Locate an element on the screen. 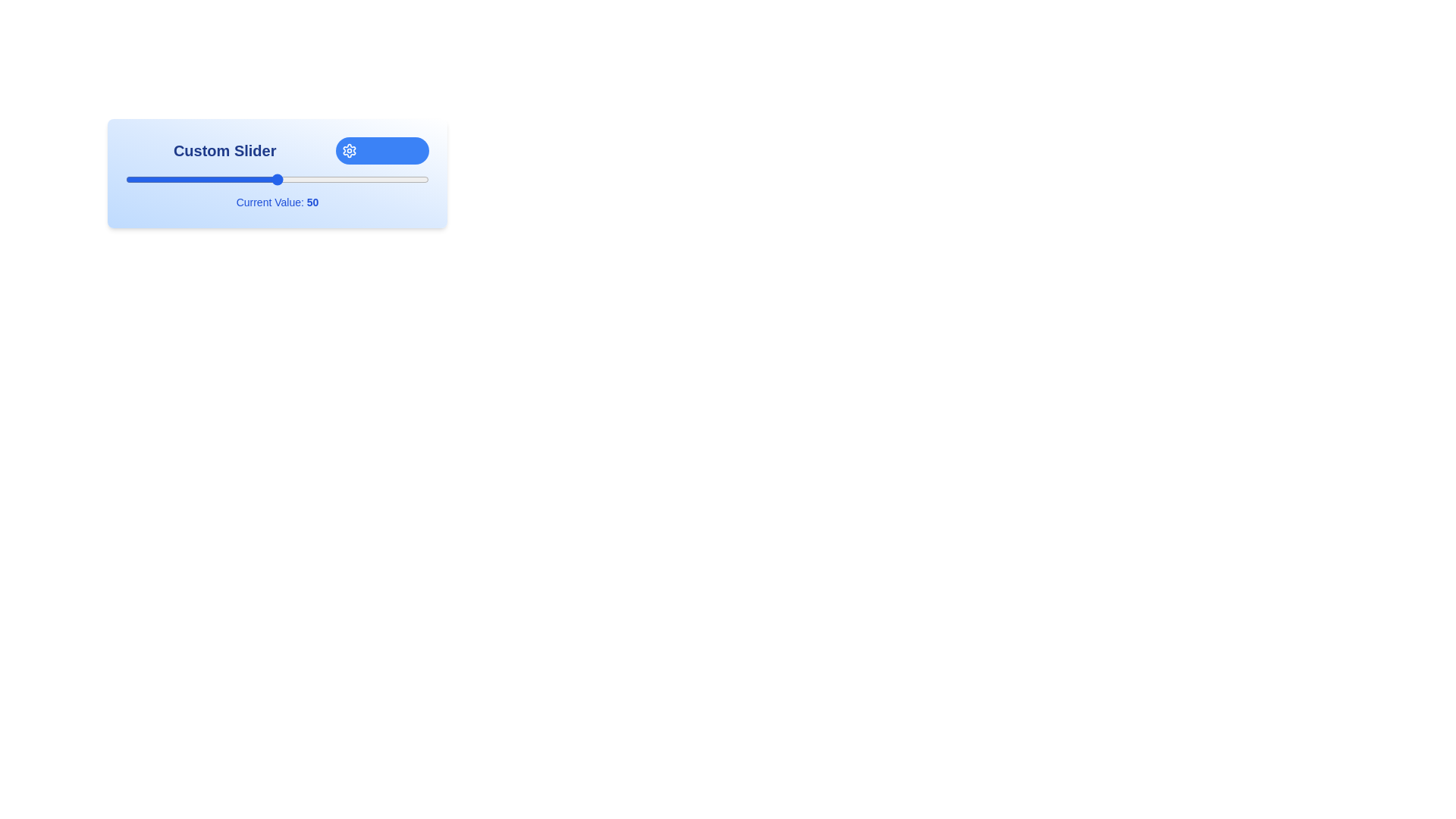  the slider's value is located at coordinates (419, 178).